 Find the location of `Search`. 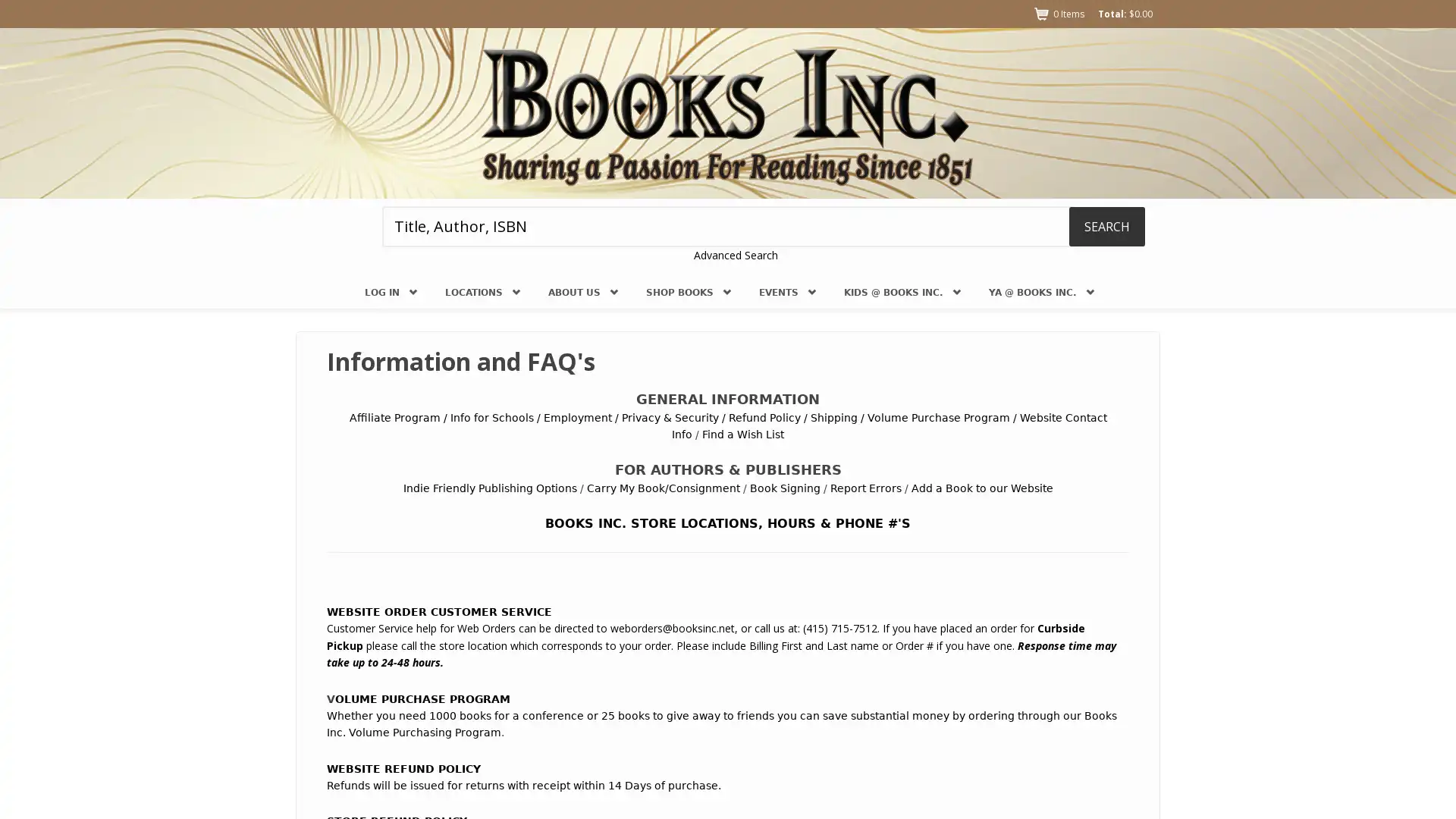

Search is located at coordinates (1106, 225).